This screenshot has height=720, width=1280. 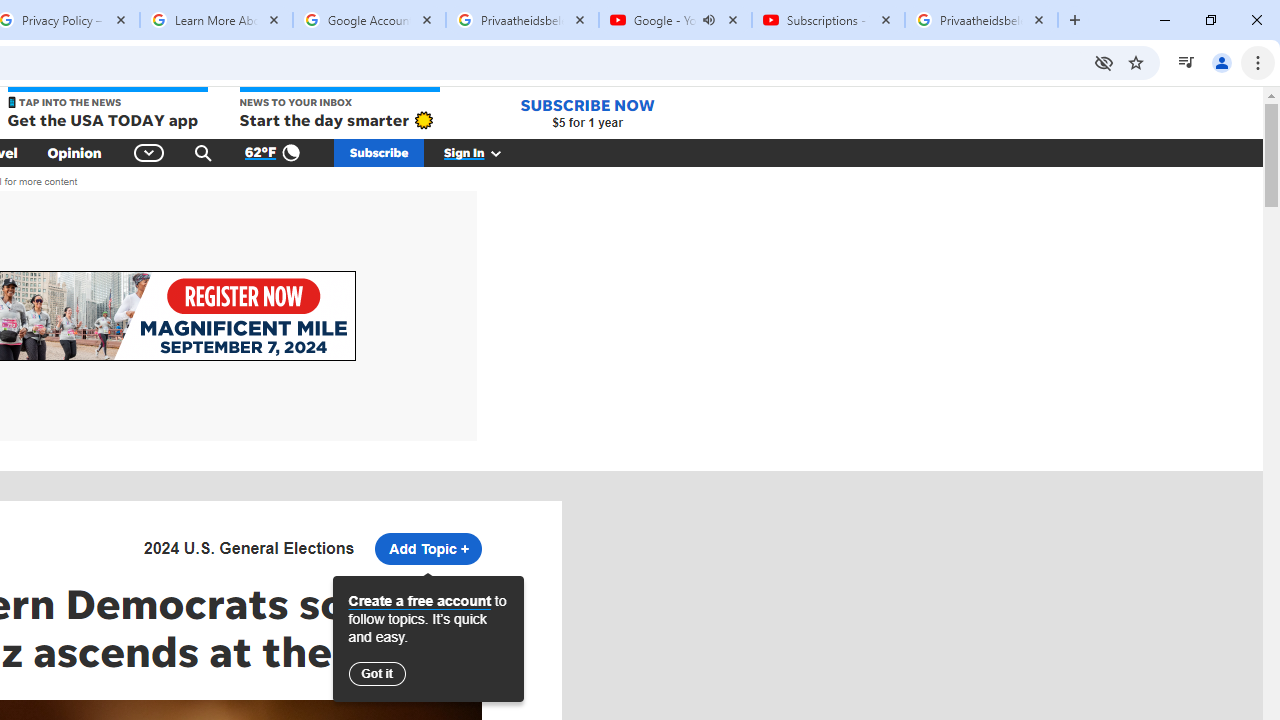 I want to click on 'Create a free account', so click(x=418, y=600).